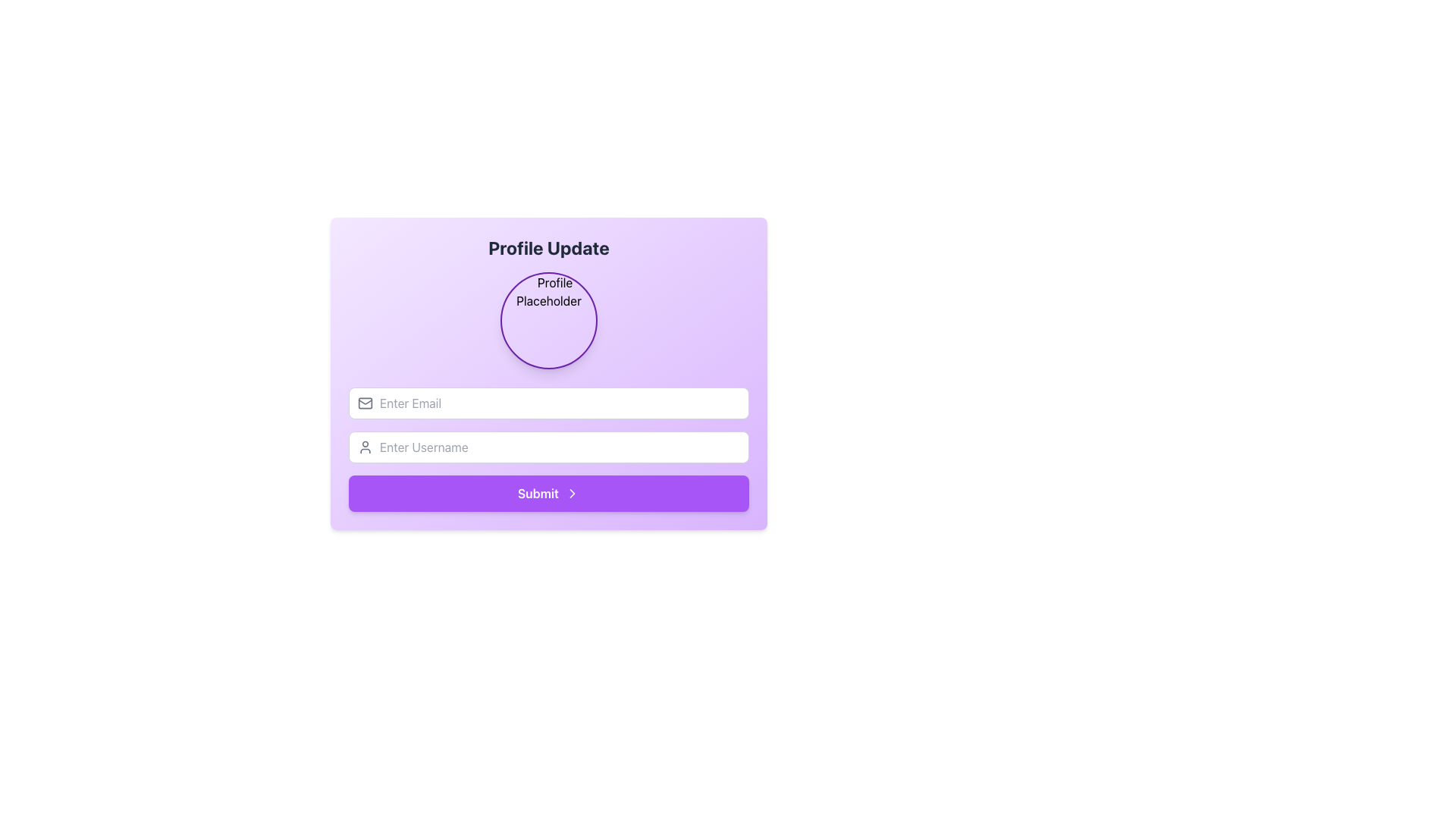  I want to click on the light gray rectangular icon with rounded corners that forms the background of the mail envelope, located to the left of the 'Enter Email' text input field, so click(365, 403).